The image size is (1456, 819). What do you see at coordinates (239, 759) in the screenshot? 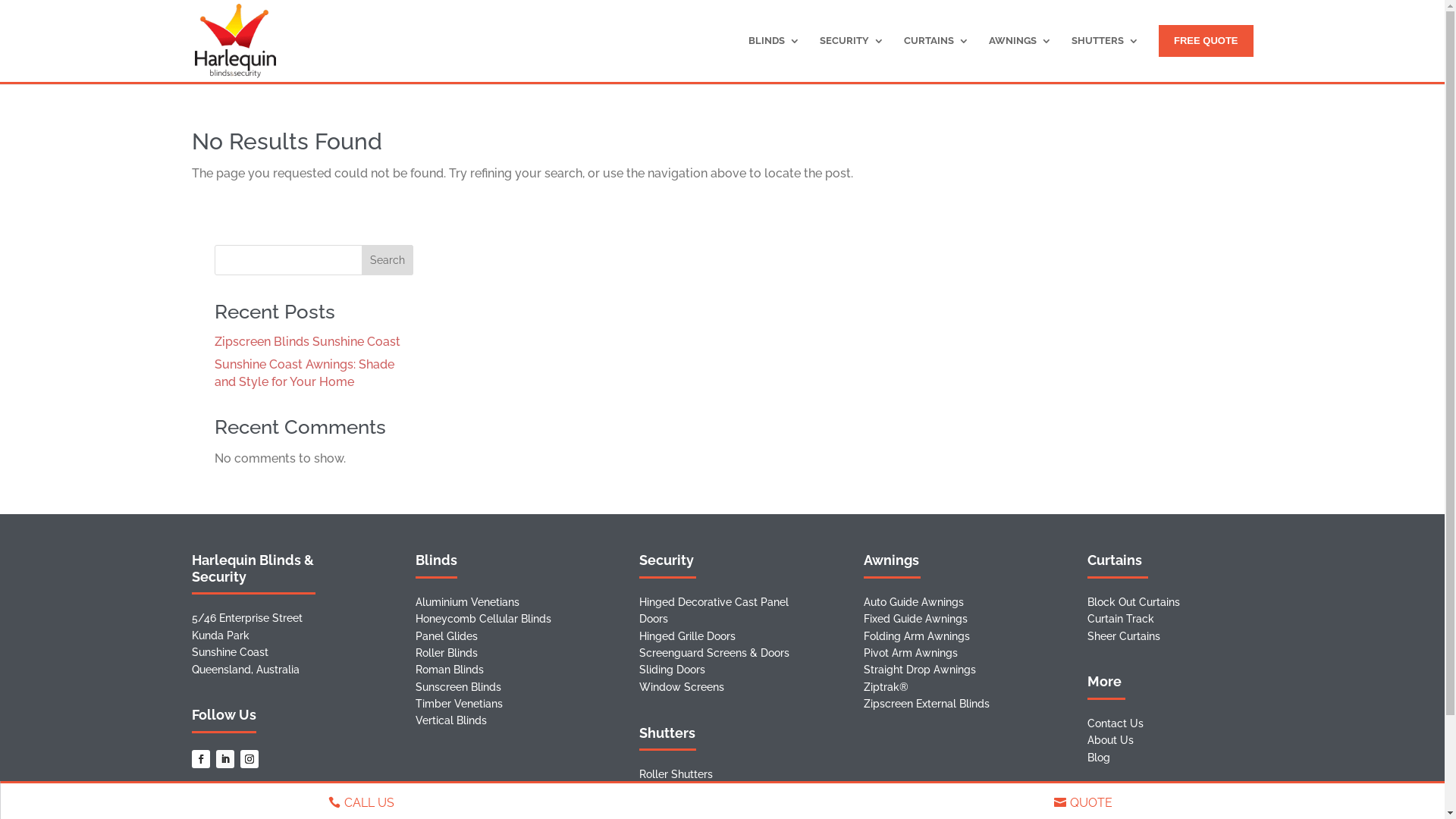
I see `'Follow on Instagram'` at bounding box center [239, 759].